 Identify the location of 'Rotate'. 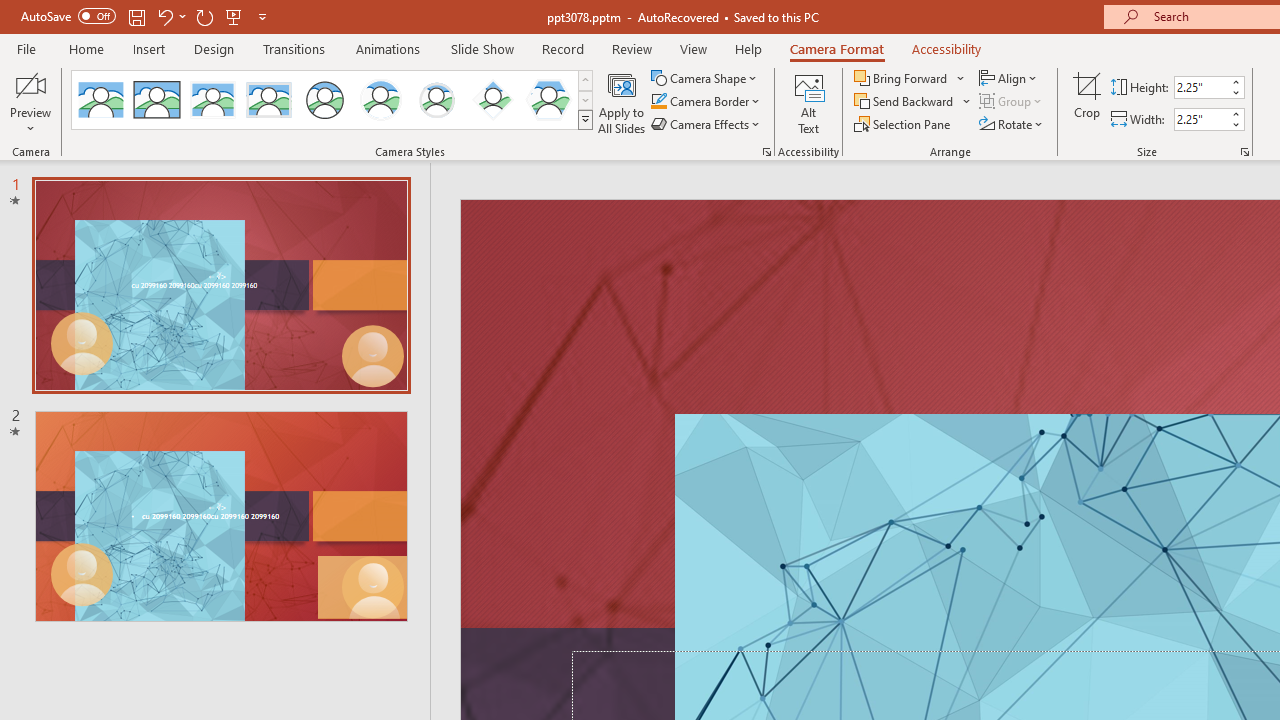
(1012, 124).